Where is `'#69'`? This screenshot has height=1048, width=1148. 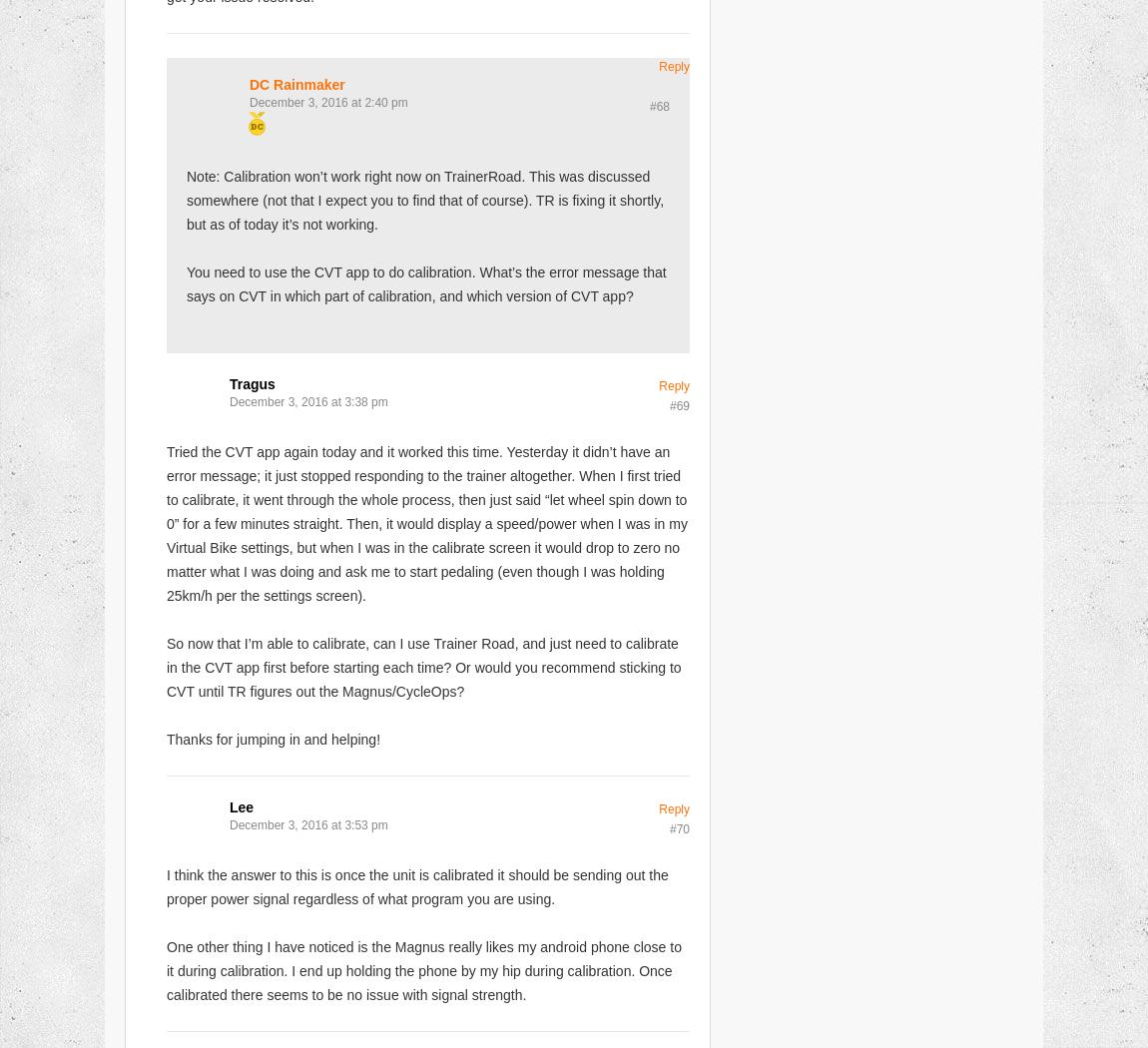
'#69' is located at coordinates (678, 405).